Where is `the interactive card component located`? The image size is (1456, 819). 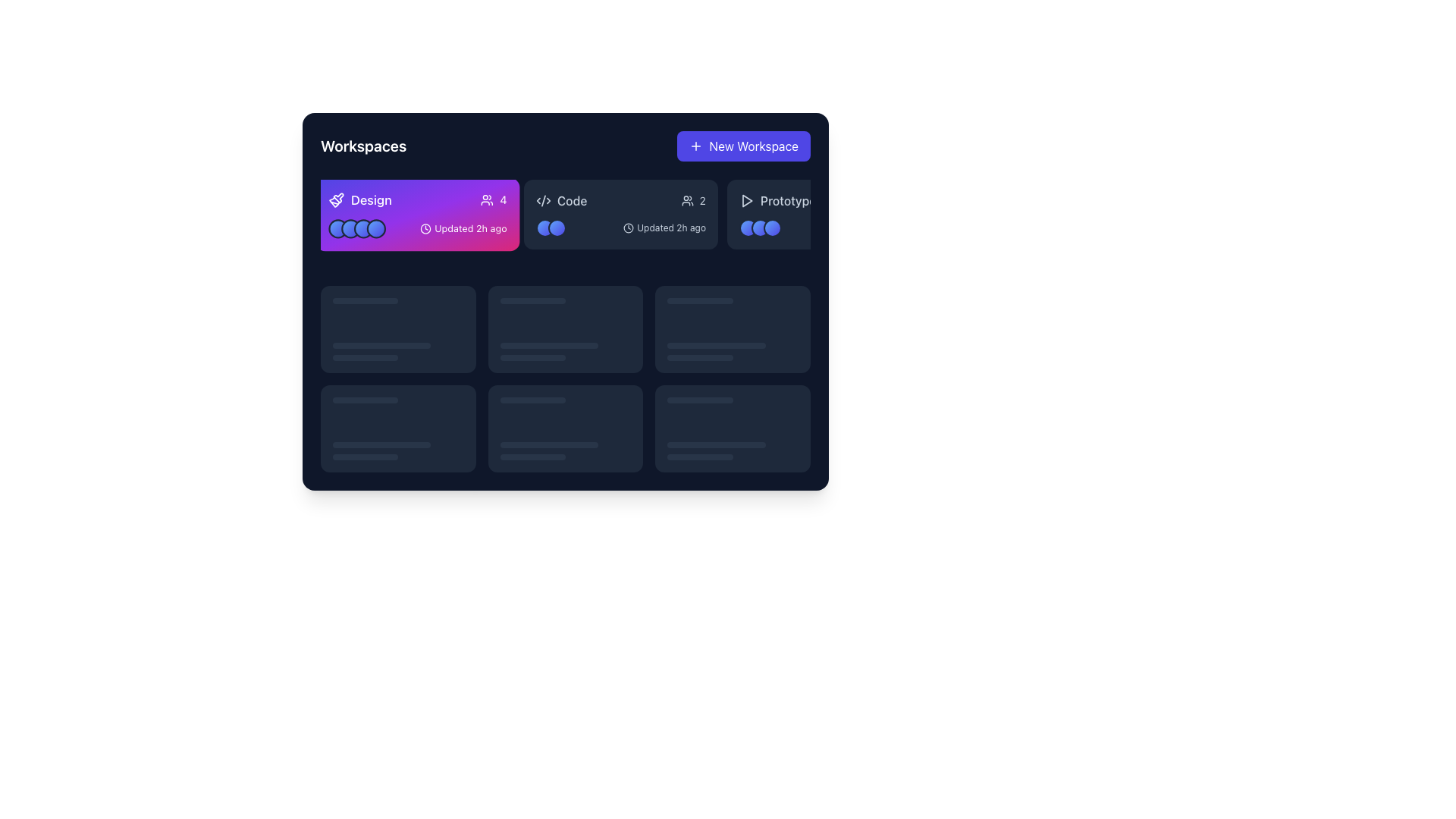 the interactive card component located is located at coordinates (398, 428).